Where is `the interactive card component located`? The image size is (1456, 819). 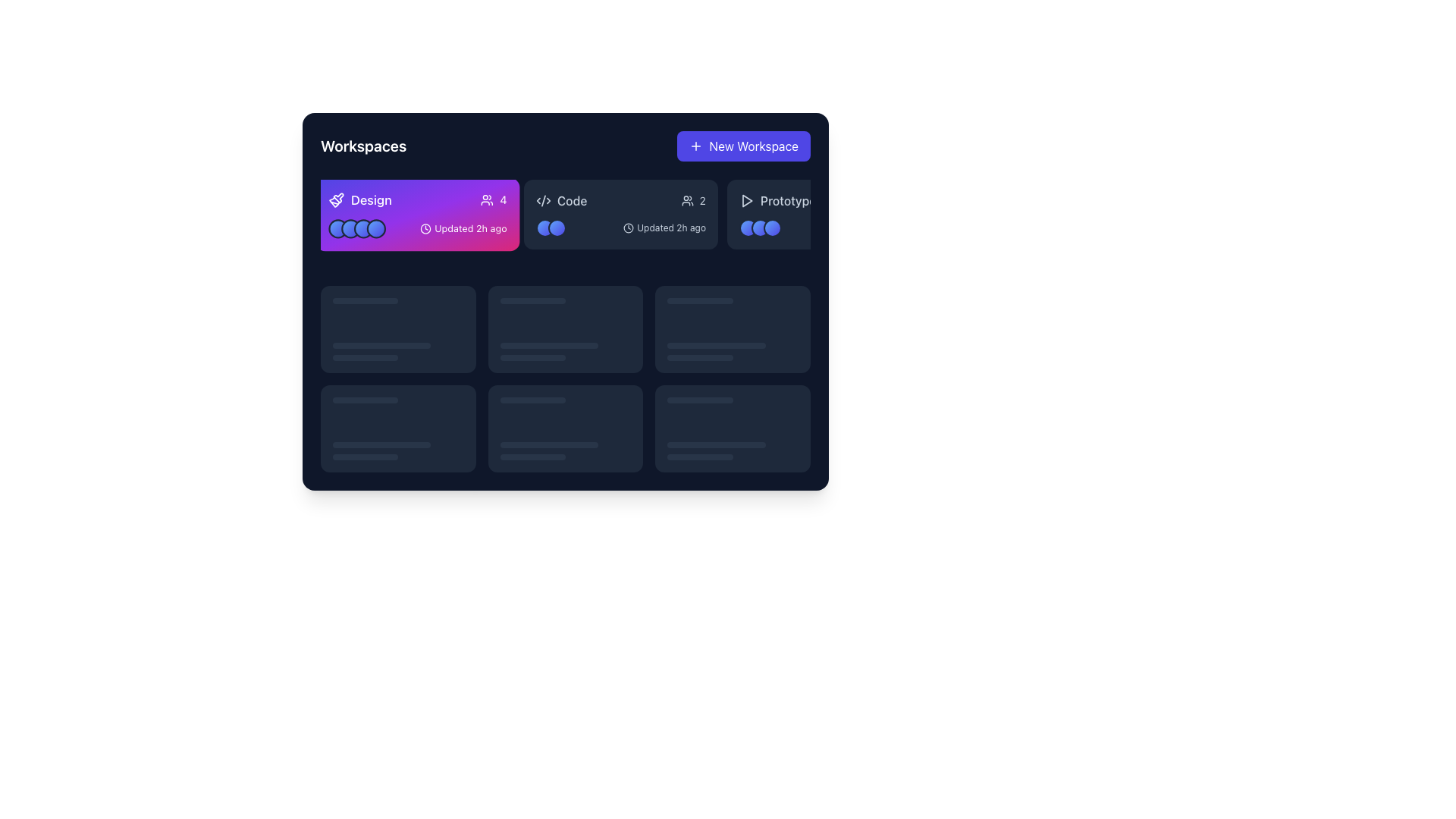 the interactive card component located is located at coordinates (398, 428).